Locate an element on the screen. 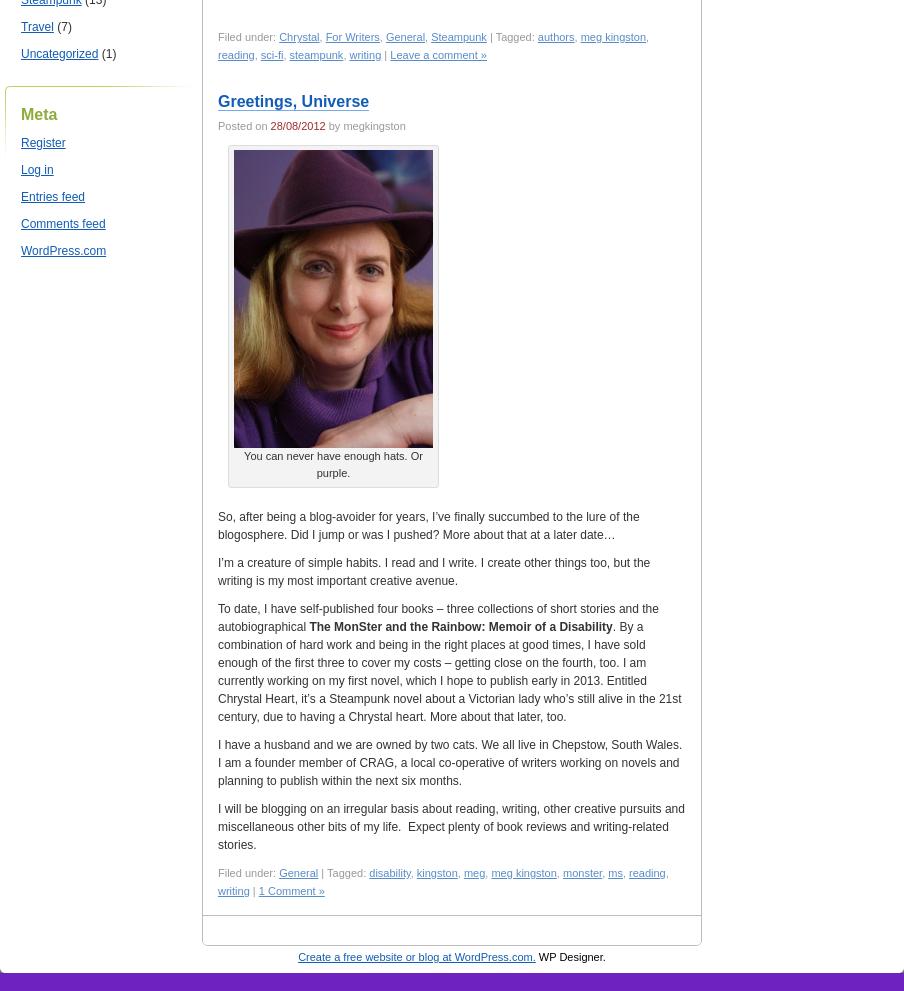 The height and width of the screenshot is (991, 904). 'Leave a comment »' is located at coordinates (437, 55).